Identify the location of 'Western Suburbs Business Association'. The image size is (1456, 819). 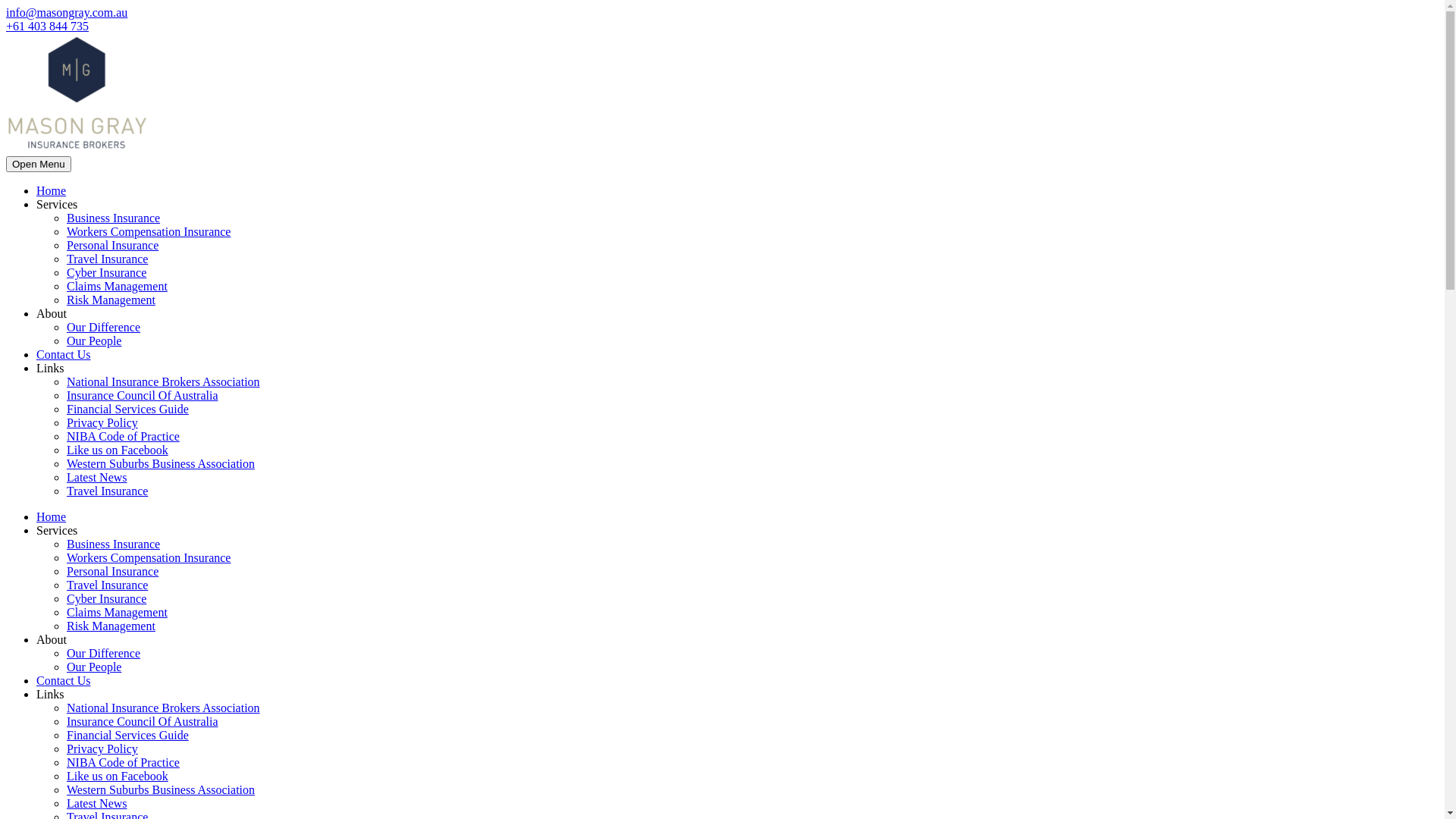
(160, 789).